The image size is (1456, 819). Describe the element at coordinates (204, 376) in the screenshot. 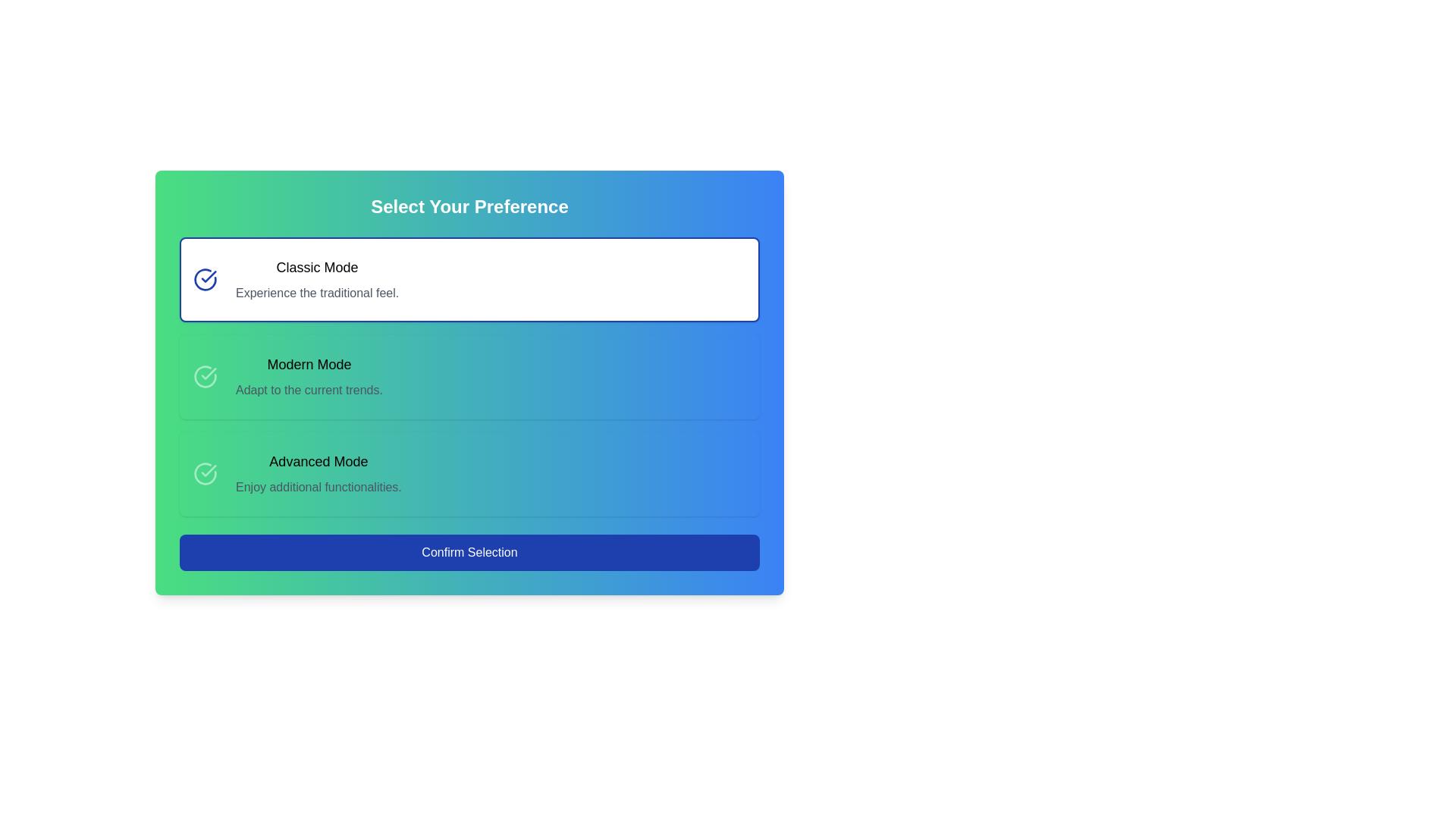

I see `the visual status of the 'Modern Mode' icon located next to the 'Modern Mode' option in the 'Select Your Preference' interface` at that location.